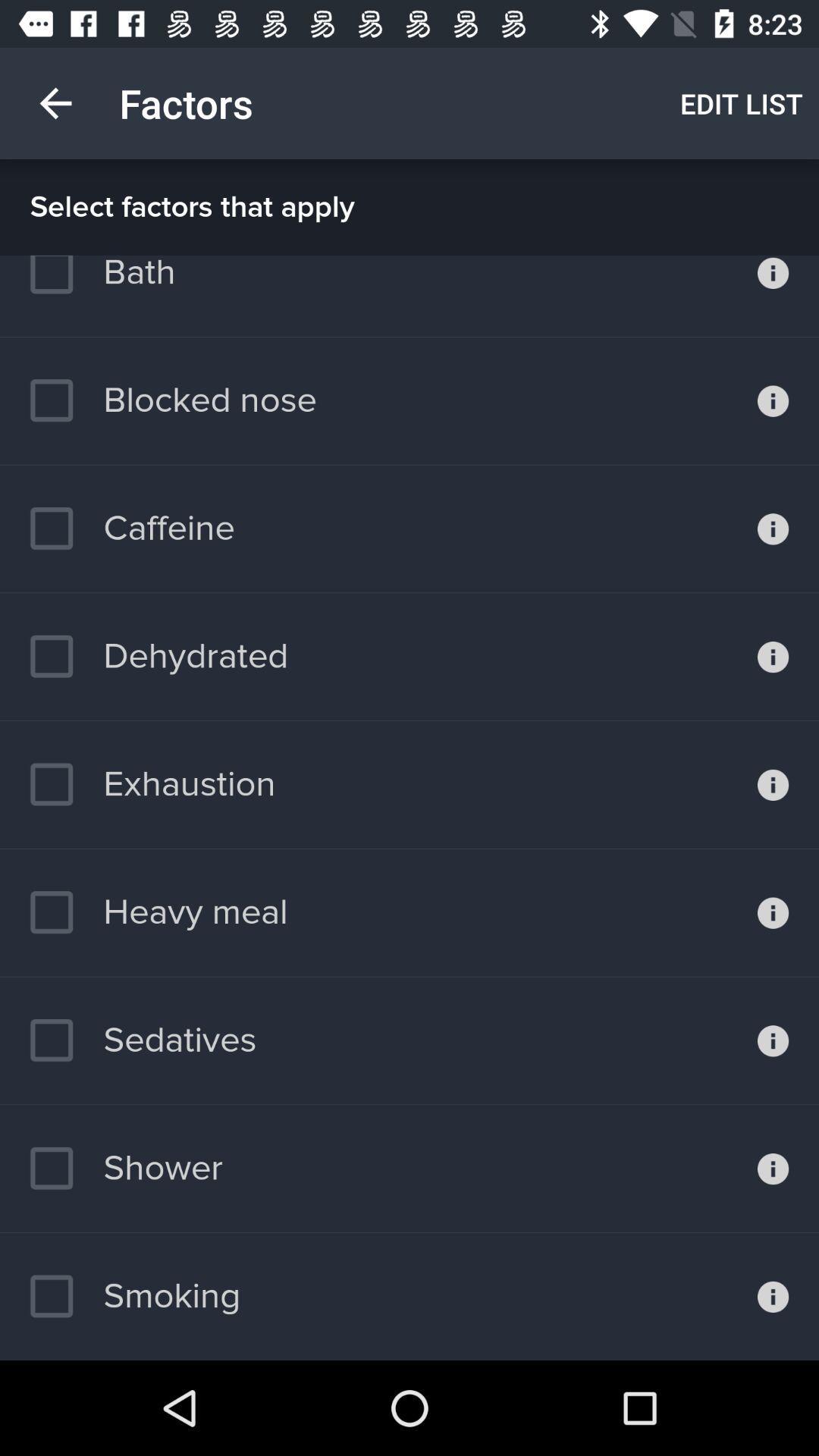  Describe the element at coordinates (773, 912) in the screenshot. I see `more information` at that location.